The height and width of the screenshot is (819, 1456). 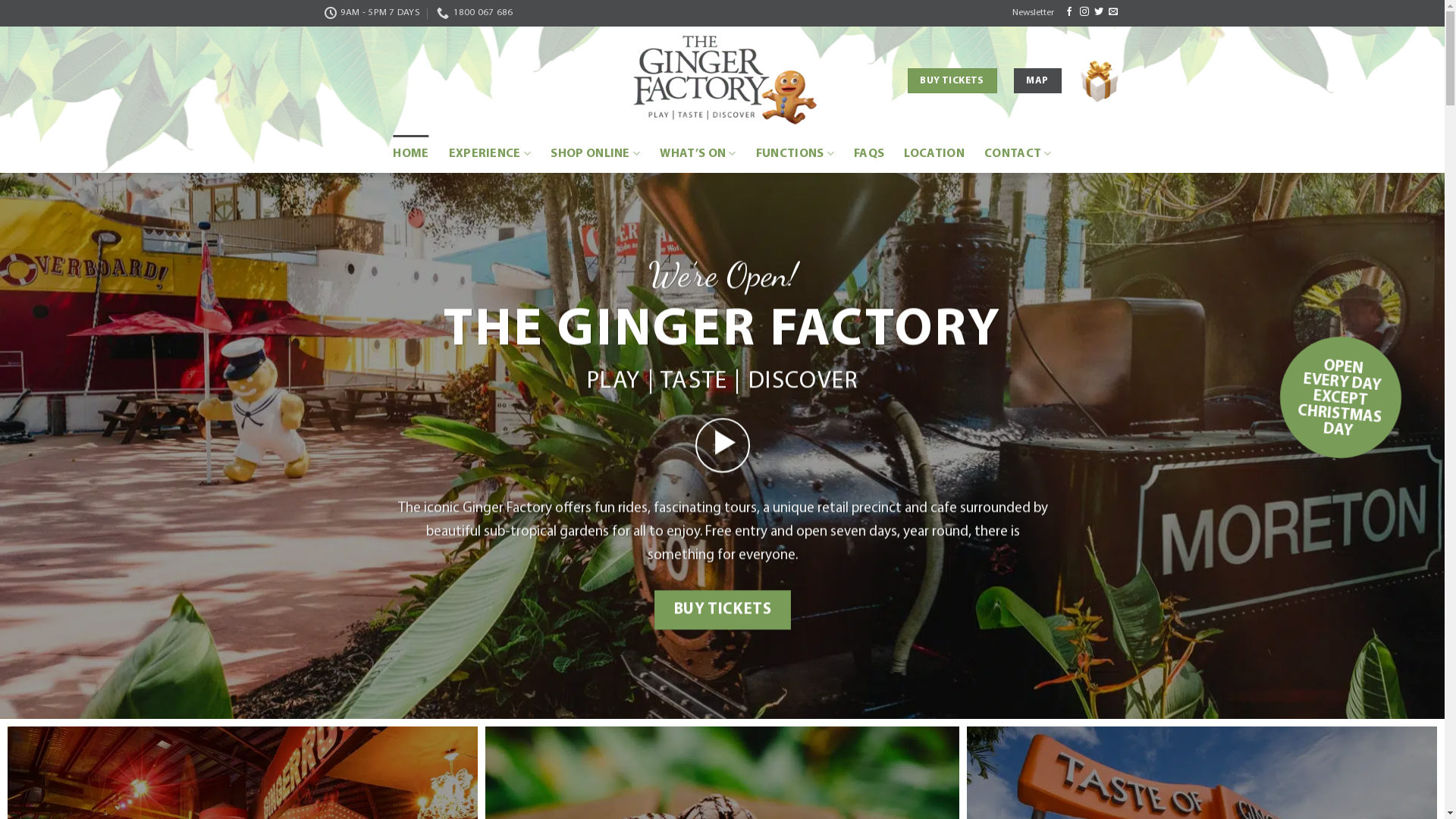 What do you see at coordinates (1099, 11) in the screenshot?
I see `'Follow on Twitter'` at bounding box center [1099, 11].